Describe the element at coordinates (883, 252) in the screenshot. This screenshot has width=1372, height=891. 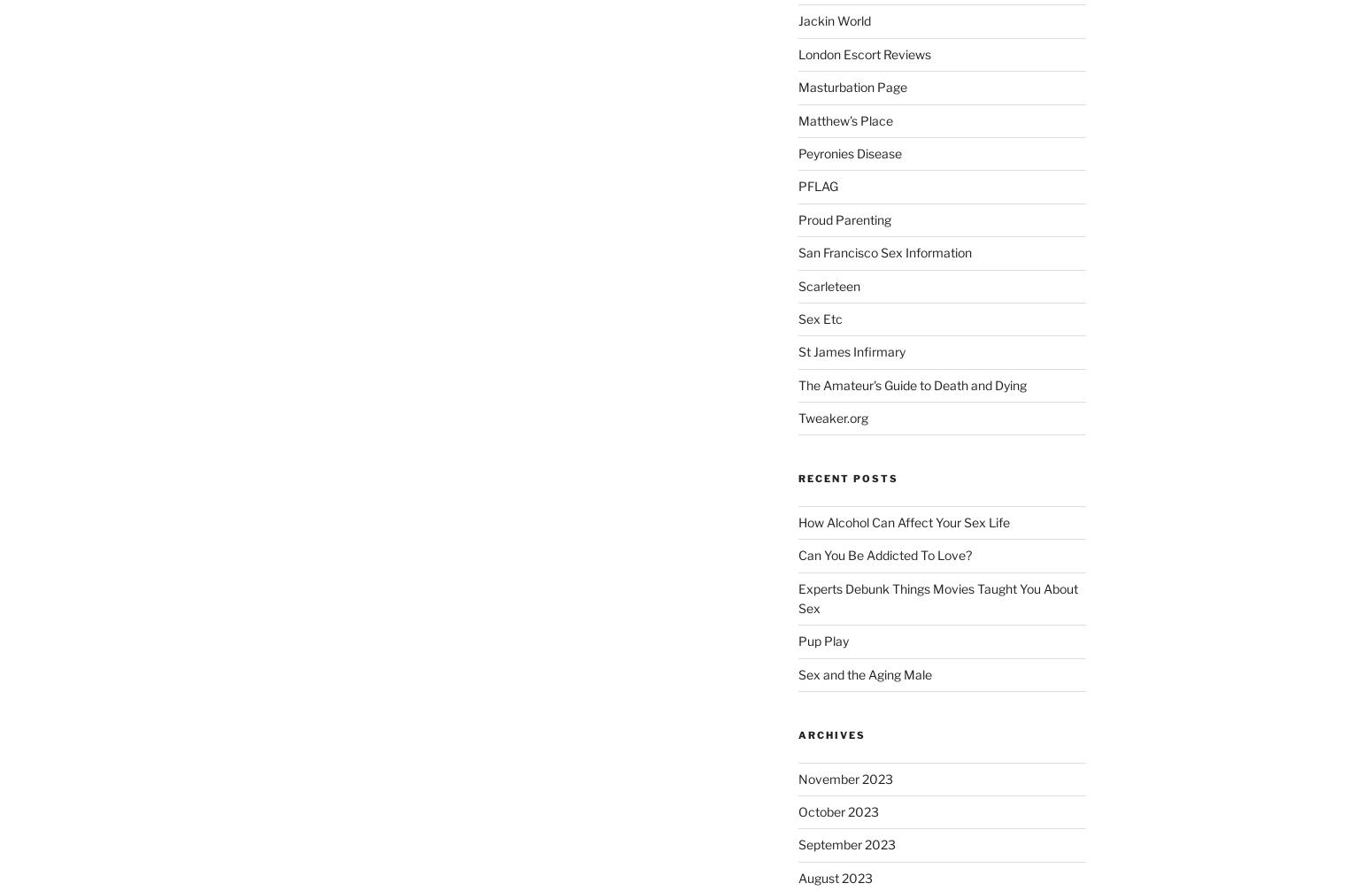
I see `'San Francisco Sex Information'` at that location.